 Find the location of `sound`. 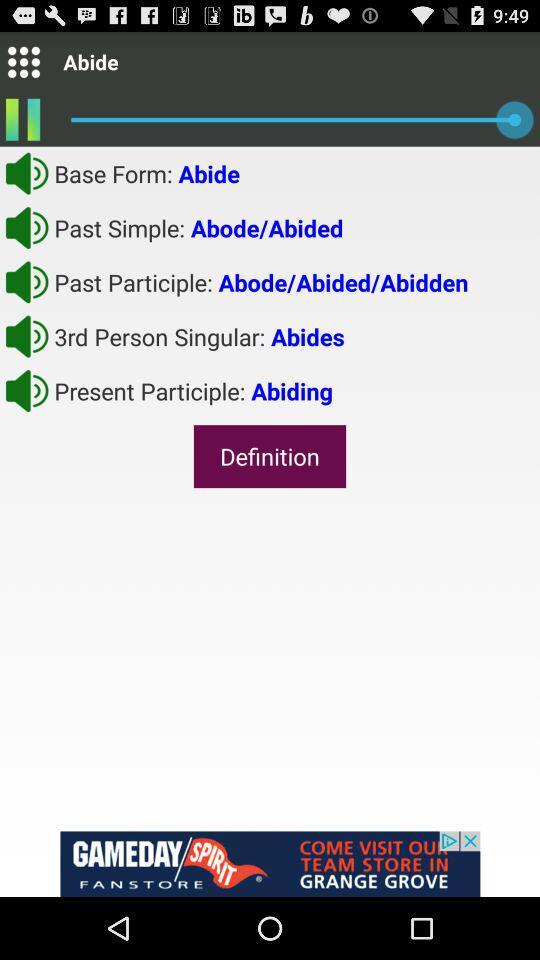

sound is located at coordinates (26, 172).